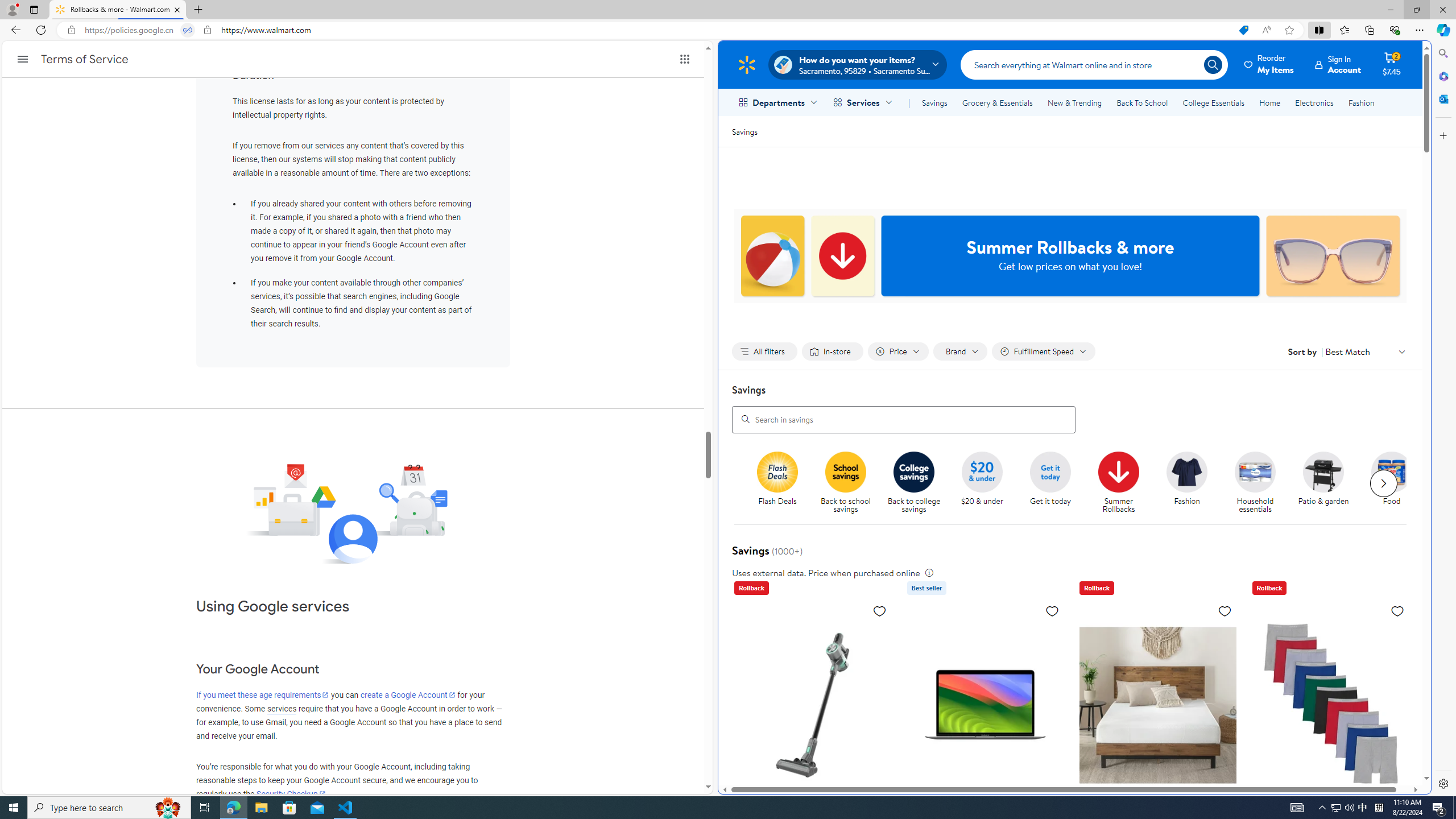 The width and height of the screenshot is (1456, 819). Describe the element at coordinates (1269, 64) in the screenshot. I see `'ReorderMy Items'` at that location.